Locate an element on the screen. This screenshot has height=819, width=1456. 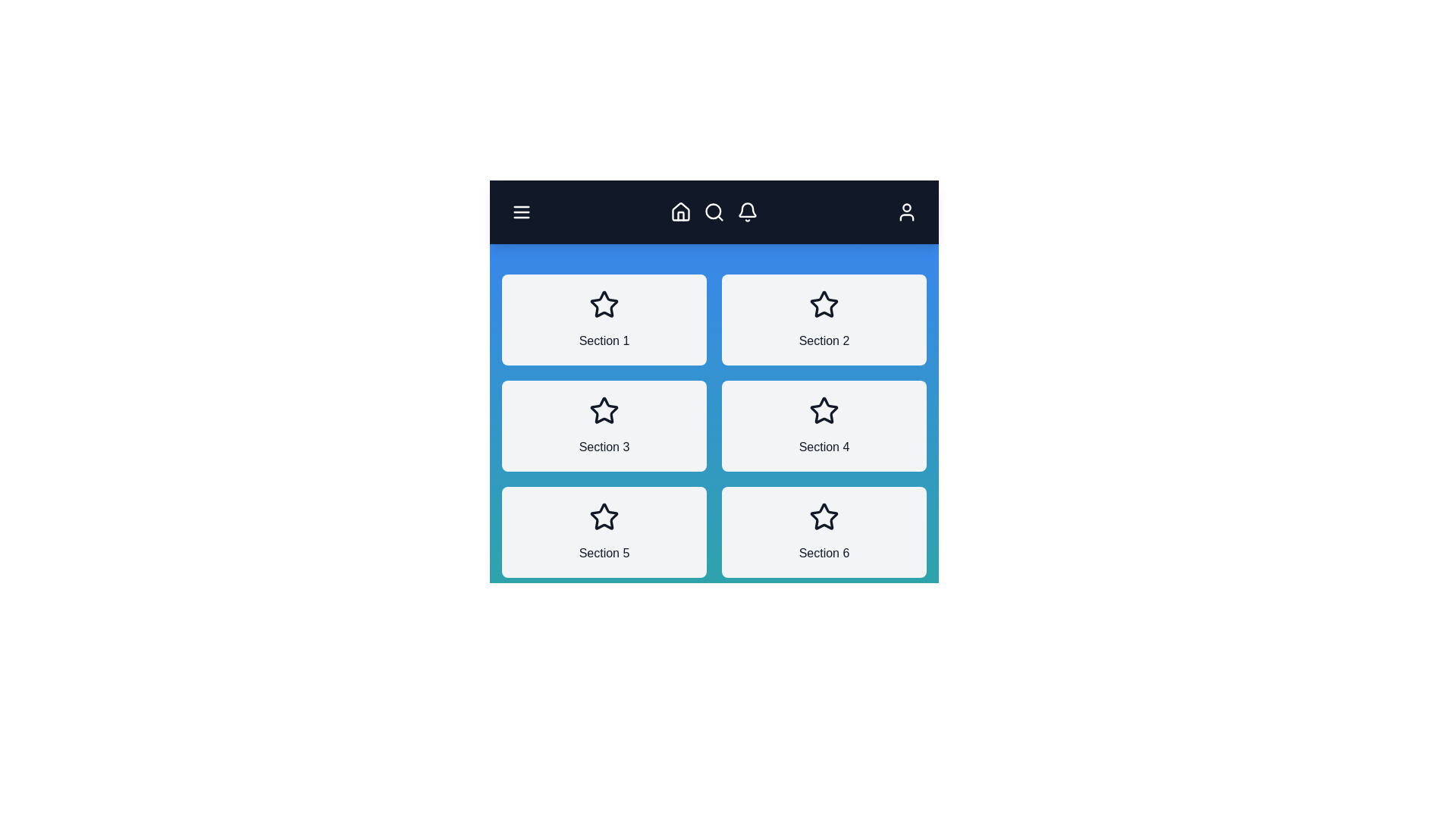
the home icon in the app bar to navigate to the home section is located at coordinates (679, 212).